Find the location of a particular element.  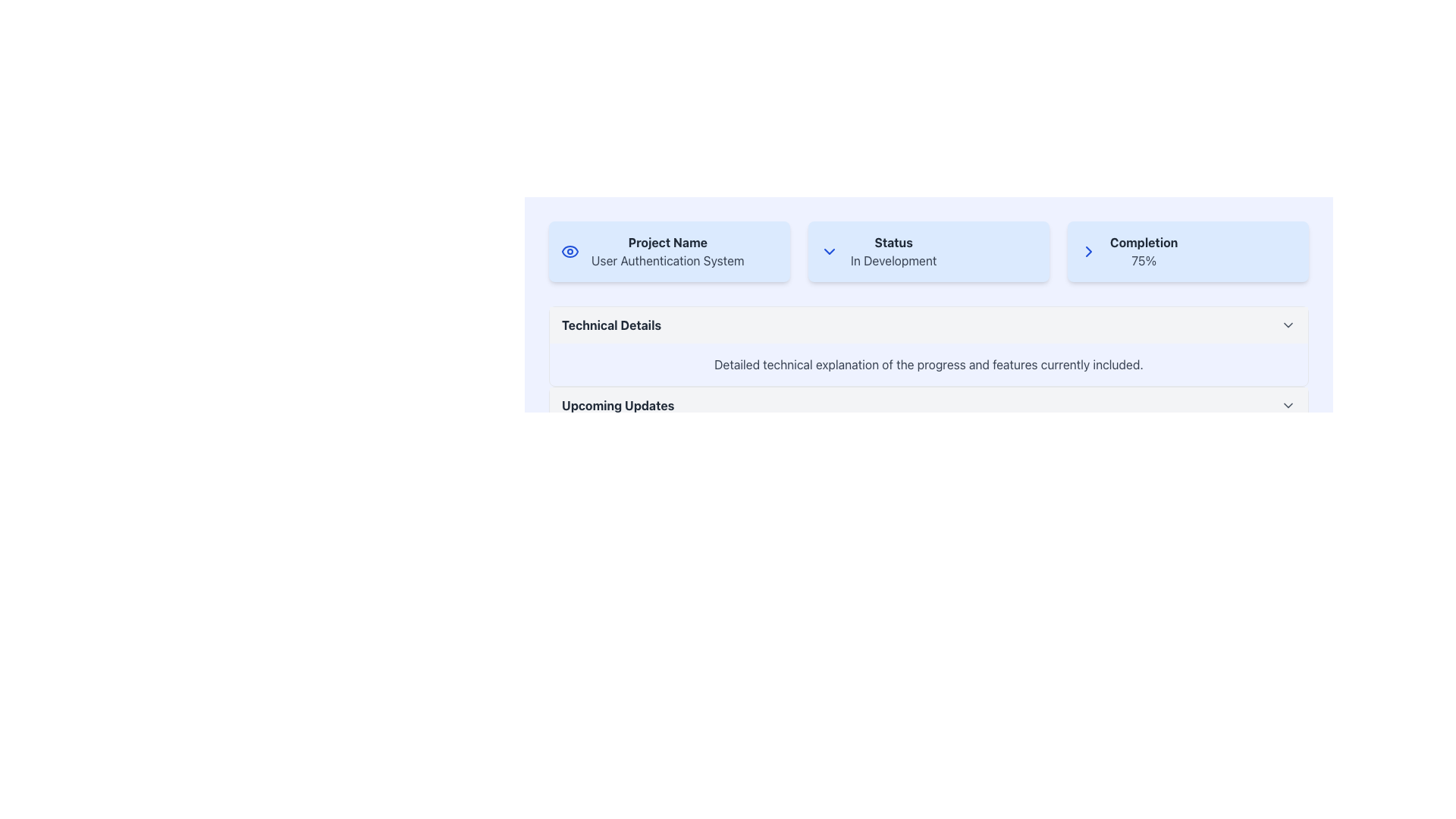

the text label that serves as a title or label for the current section, providing informative context for its associated content is located at coordinates (618, 405).